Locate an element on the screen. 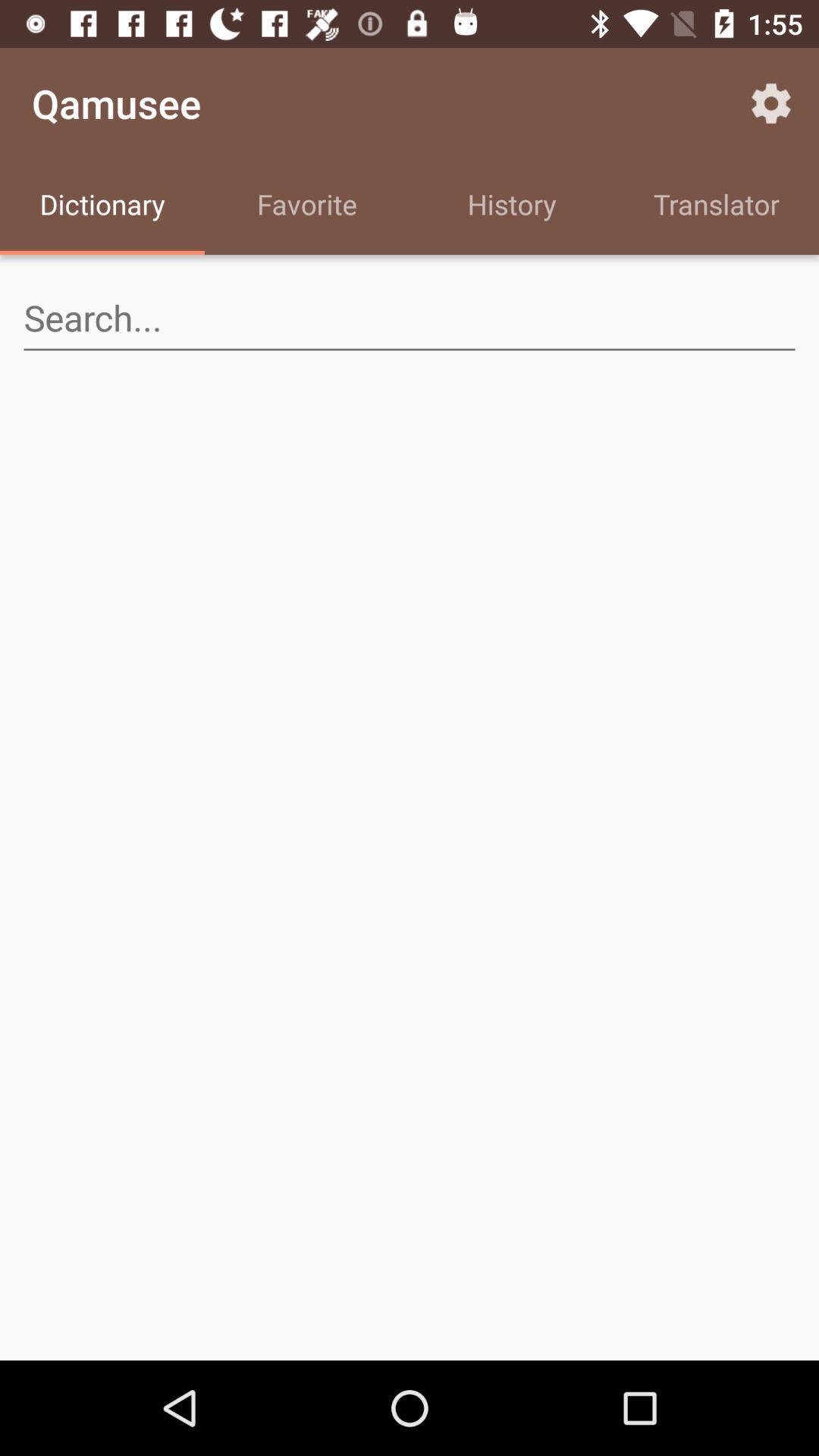  dictionary item is located at coordinates (102, 206).